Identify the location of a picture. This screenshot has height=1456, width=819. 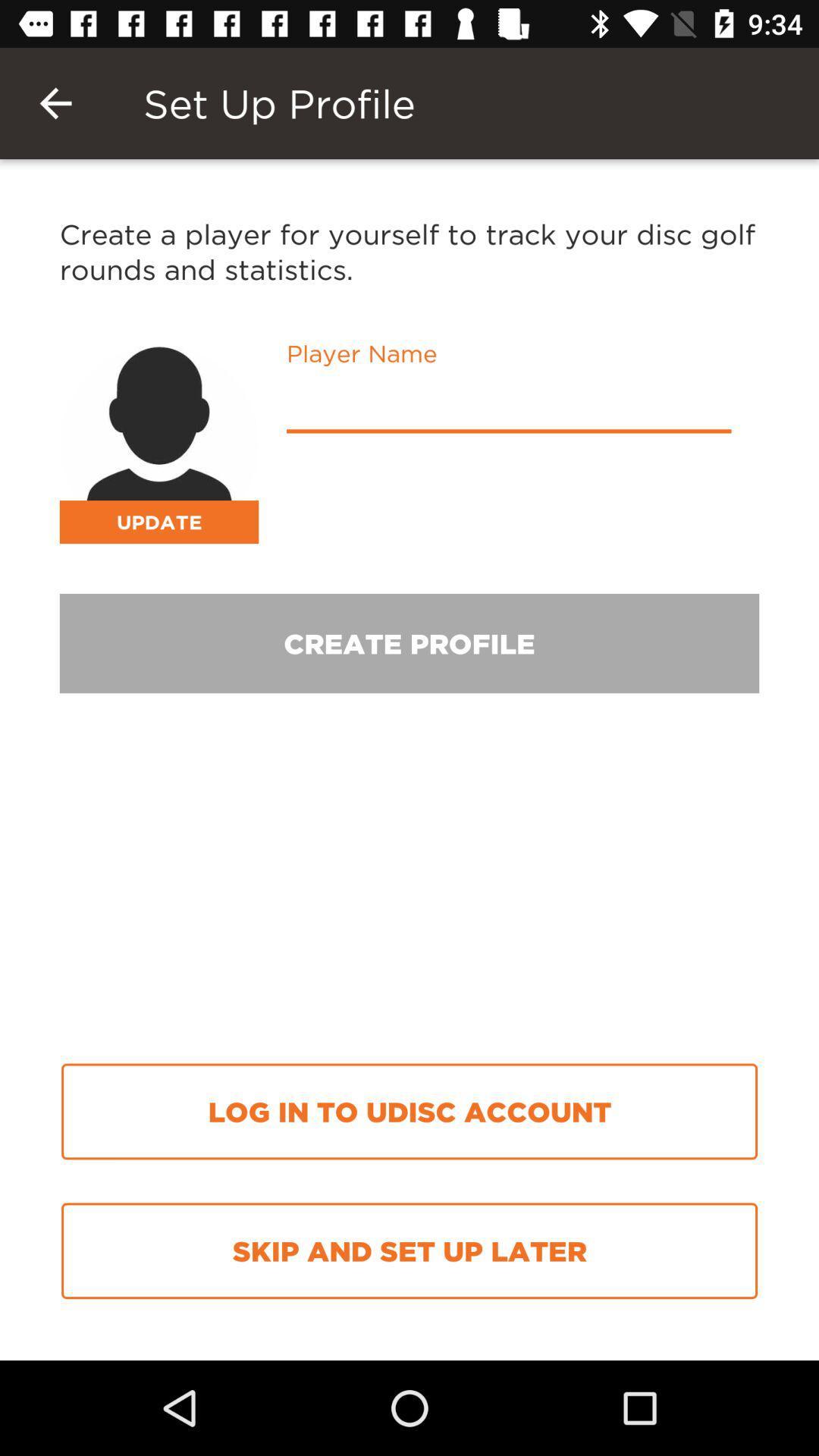
(158, 443).